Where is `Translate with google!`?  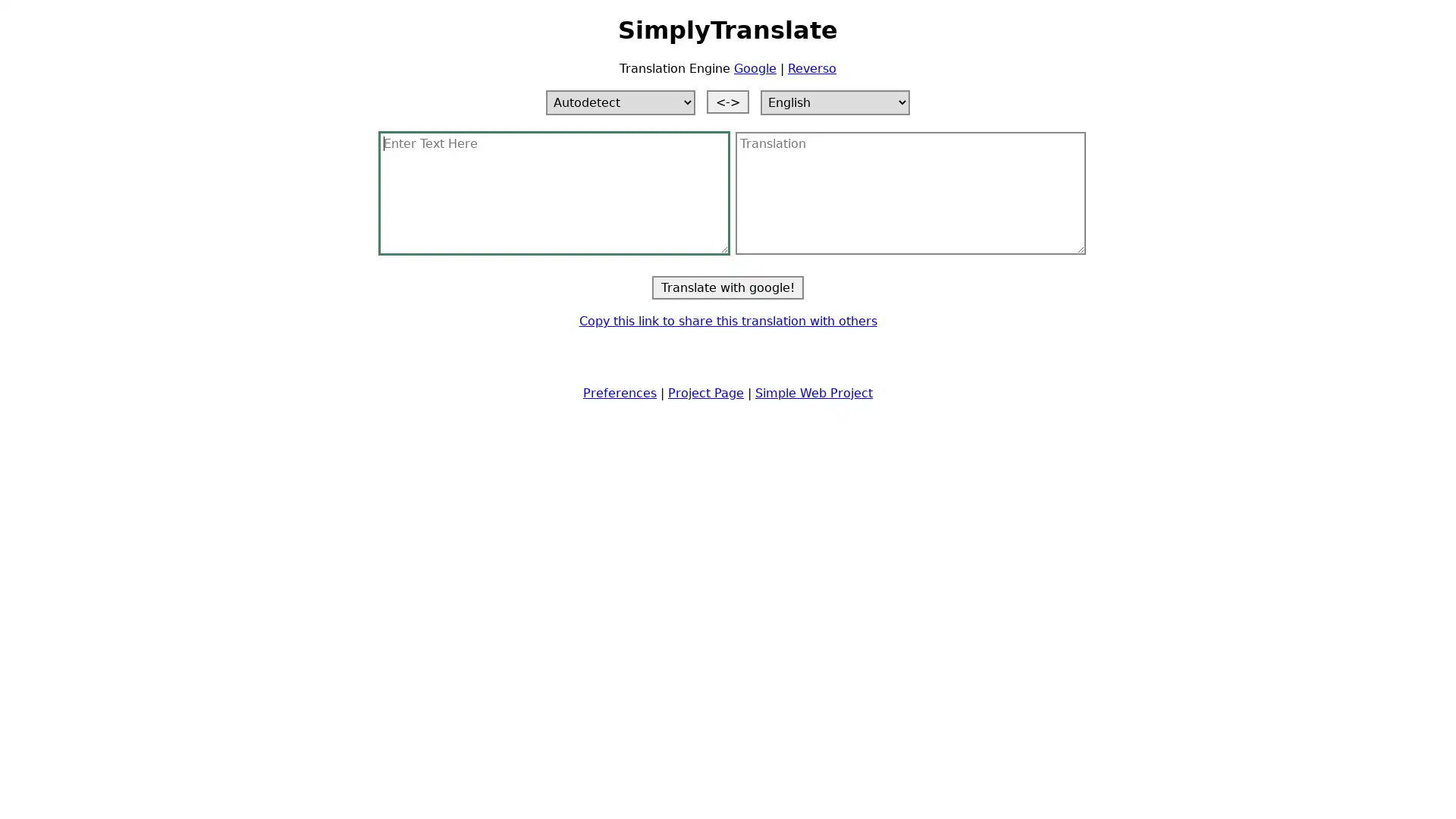
Translate with google! is located at coordinates (728, 287).